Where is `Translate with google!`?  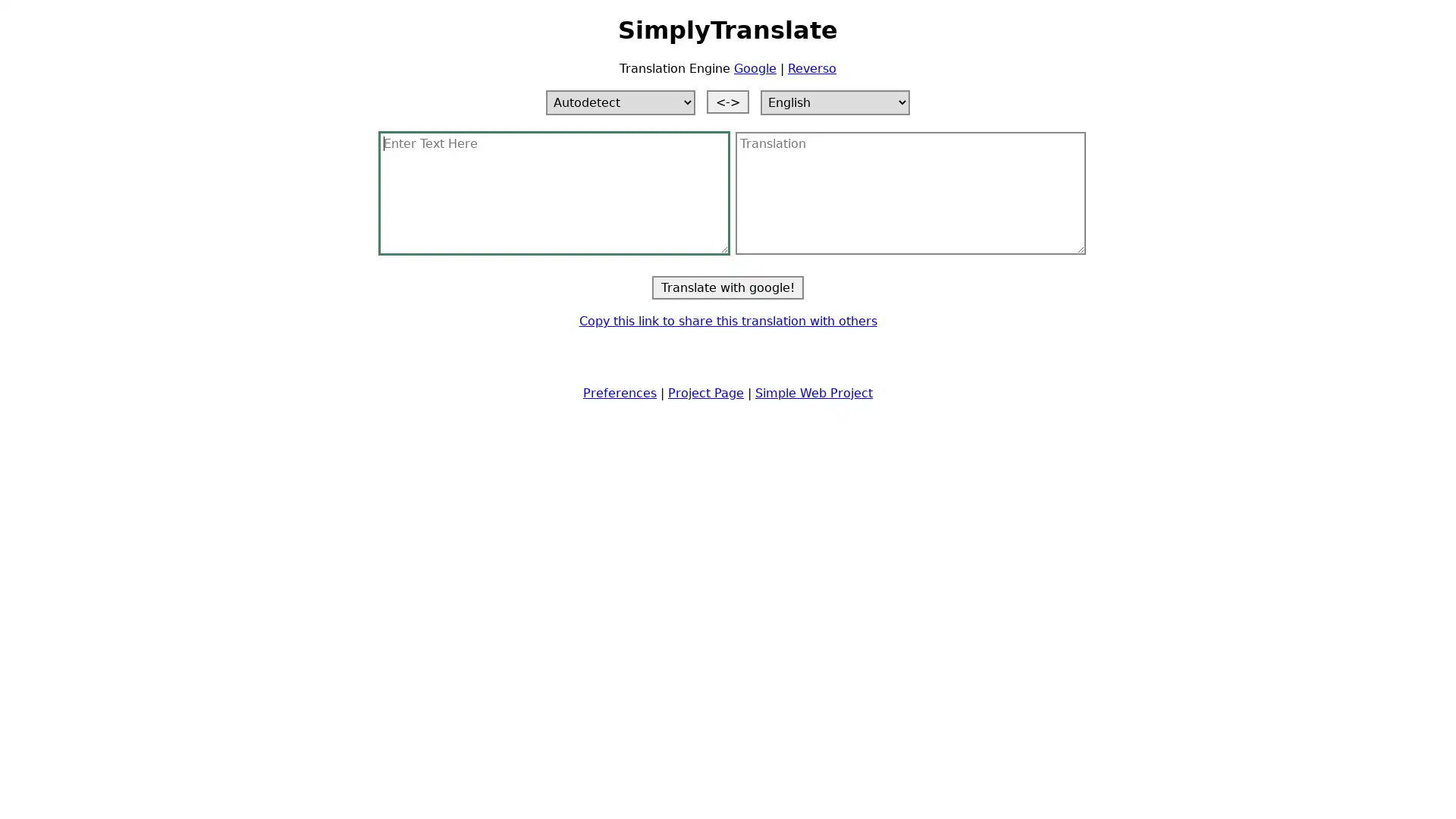
Translate with google! is located at coordinates (728, 287).